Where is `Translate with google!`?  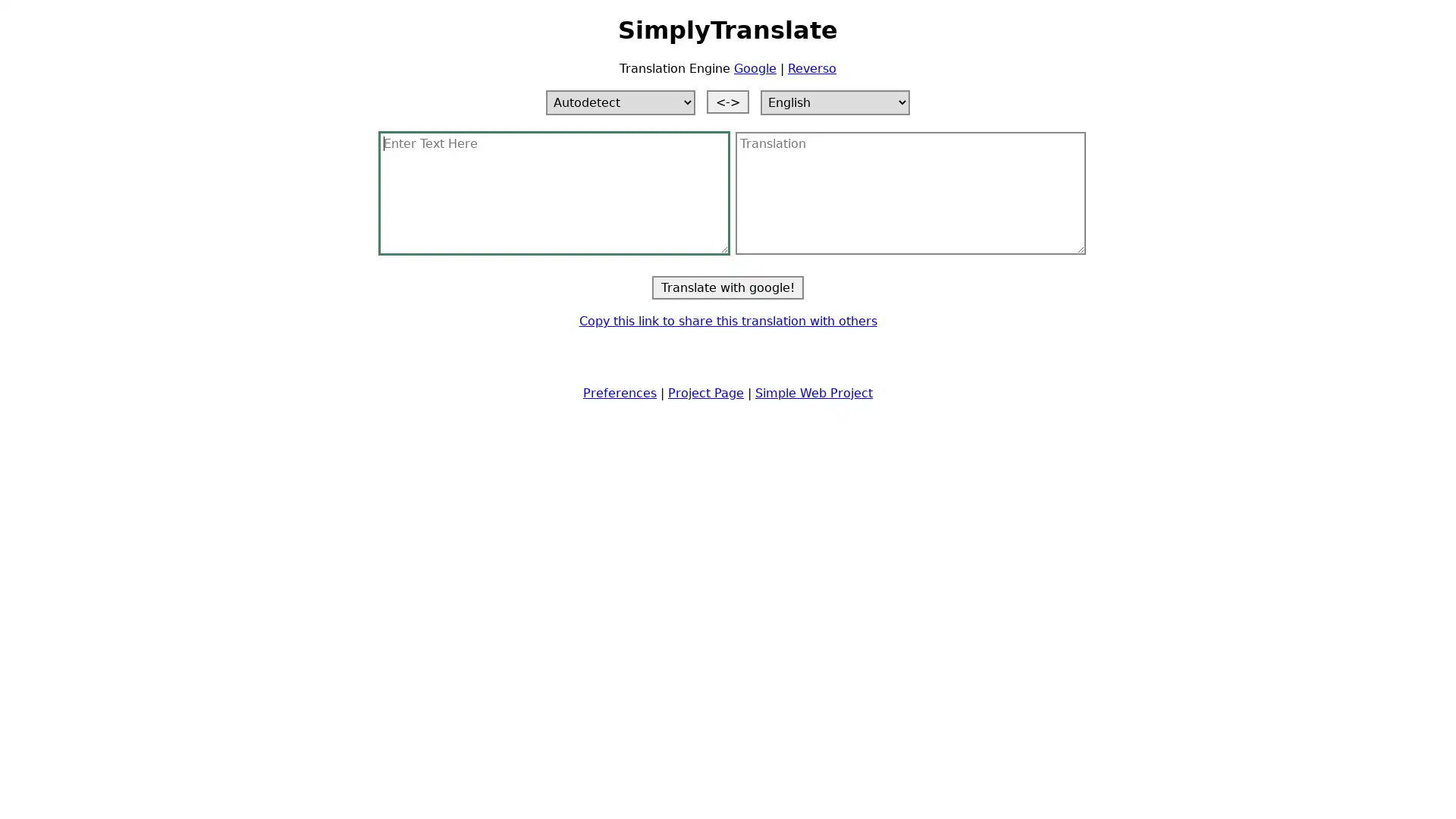
Translate with google! is located at coordinates (728, 287).